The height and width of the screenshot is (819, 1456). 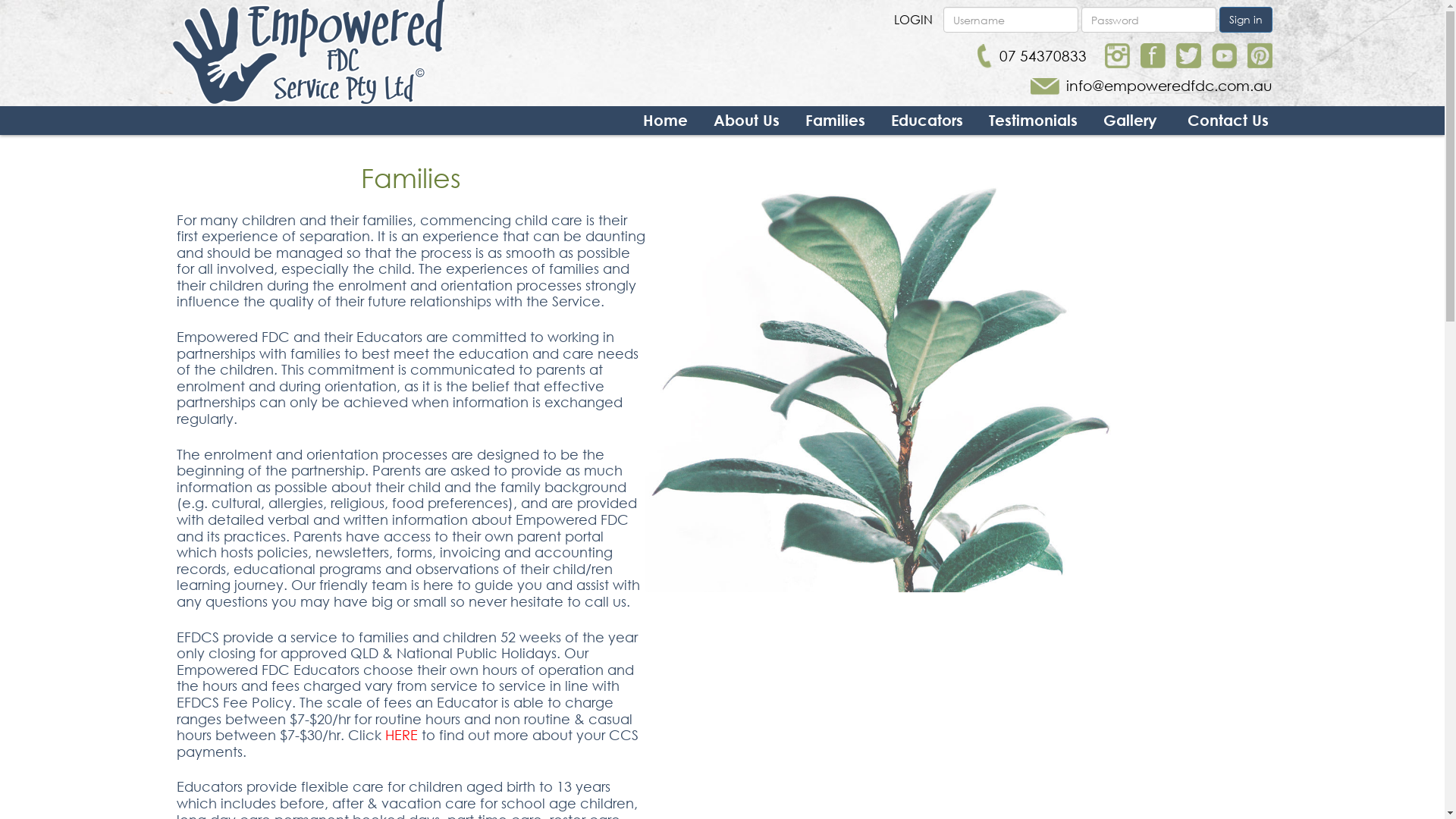 I want to click on 'info@empoweredfdc.com.au', so click(x=1150, y=86).